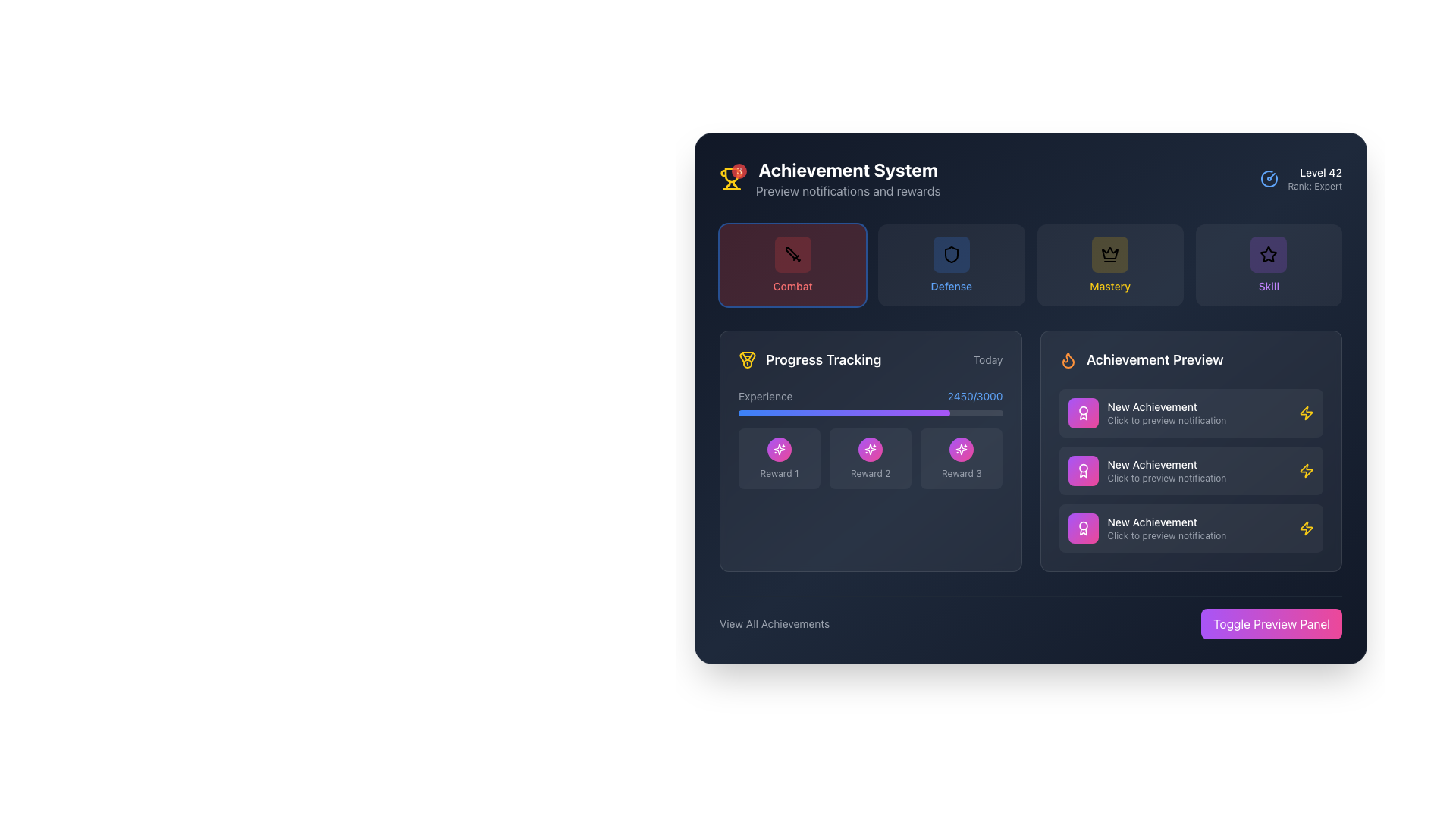 The image size is (1456, 819). I want to click on the 'Mastery' button in the Achievement System, so click(1110, 265).